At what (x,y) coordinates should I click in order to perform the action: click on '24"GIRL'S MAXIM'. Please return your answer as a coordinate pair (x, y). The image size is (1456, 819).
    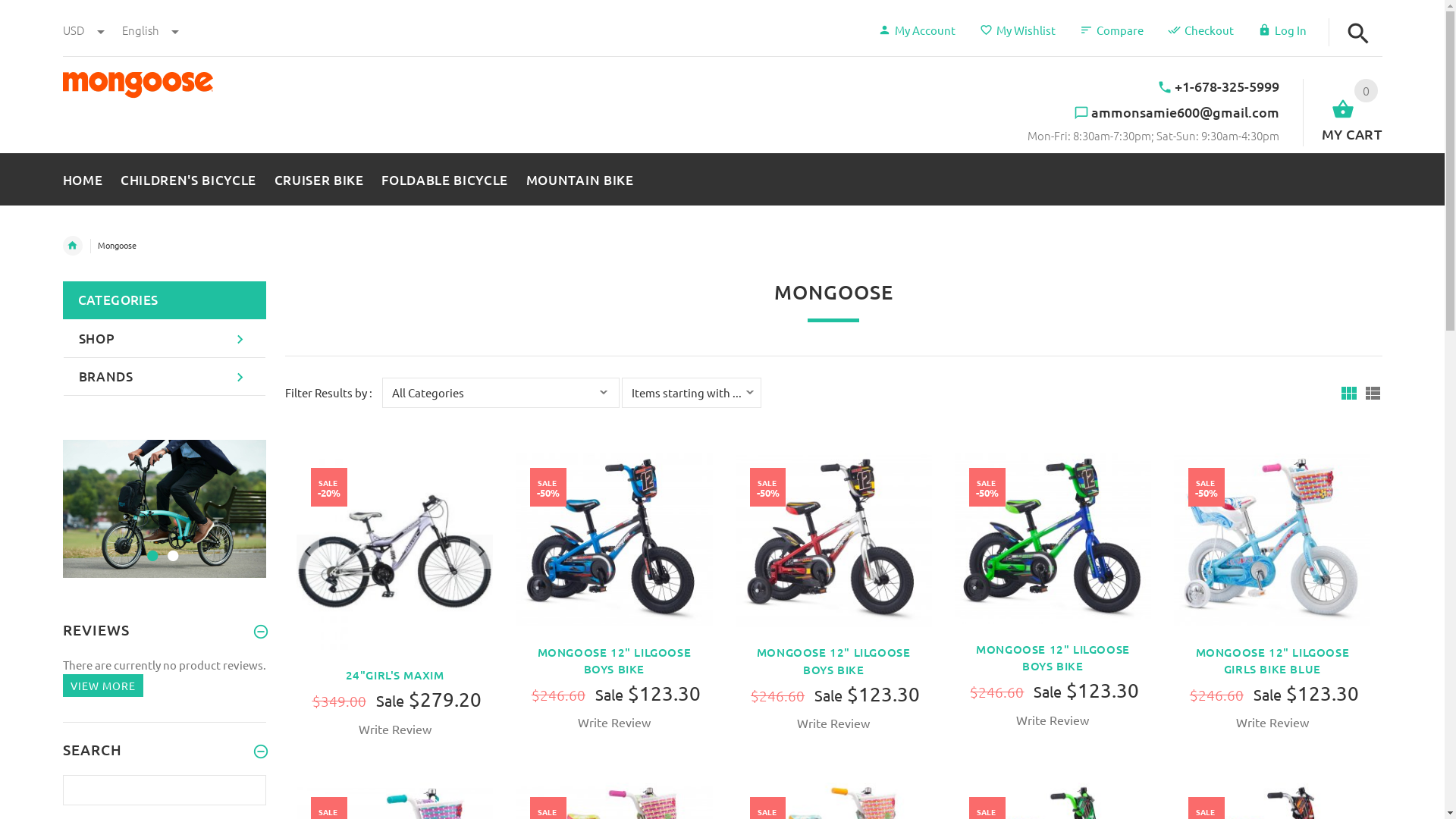
    Looking at the image, I should click on (395, 674).